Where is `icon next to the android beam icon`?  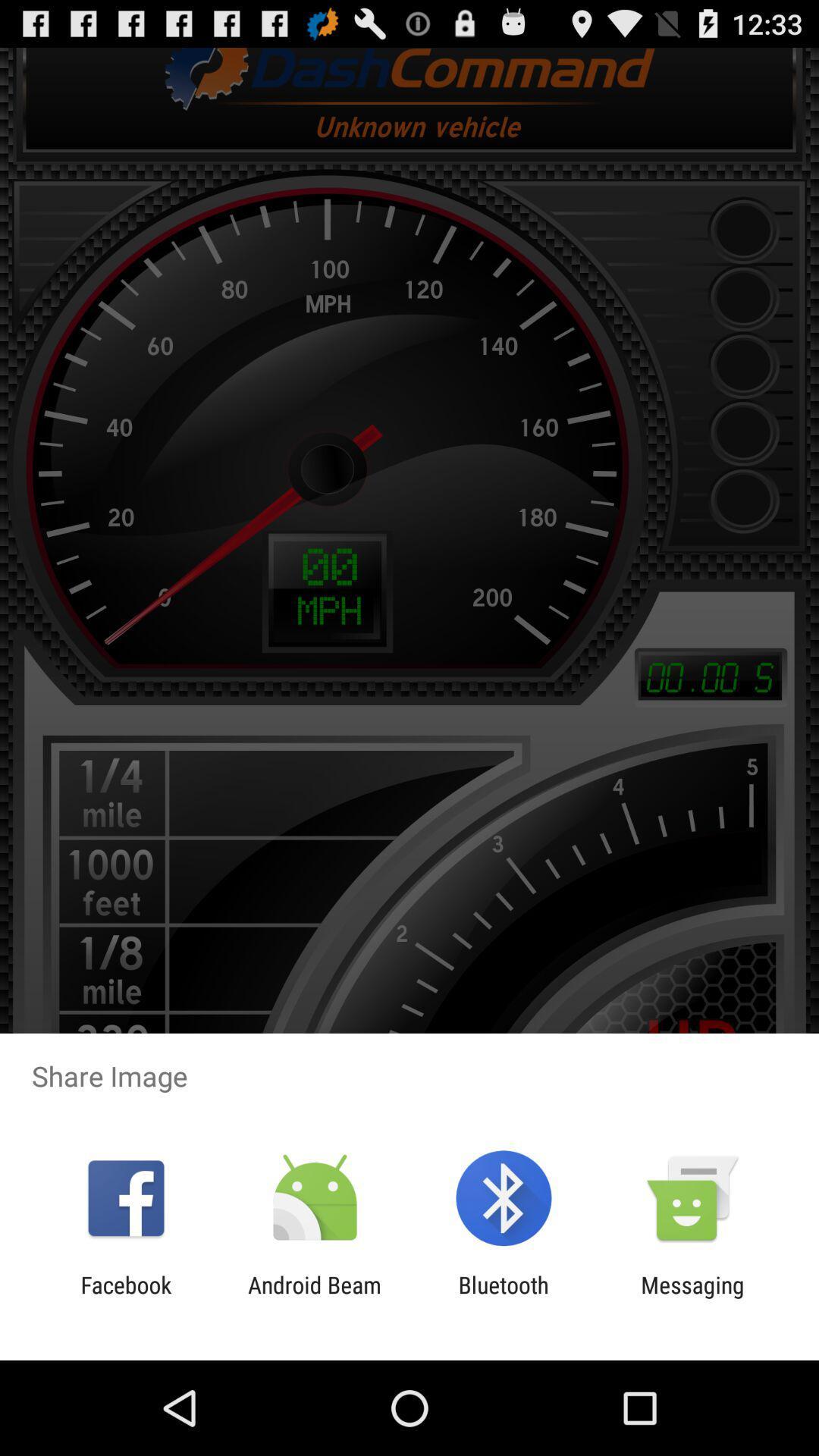 icon next to the android beam icon is located at coordinates (125, 1298).